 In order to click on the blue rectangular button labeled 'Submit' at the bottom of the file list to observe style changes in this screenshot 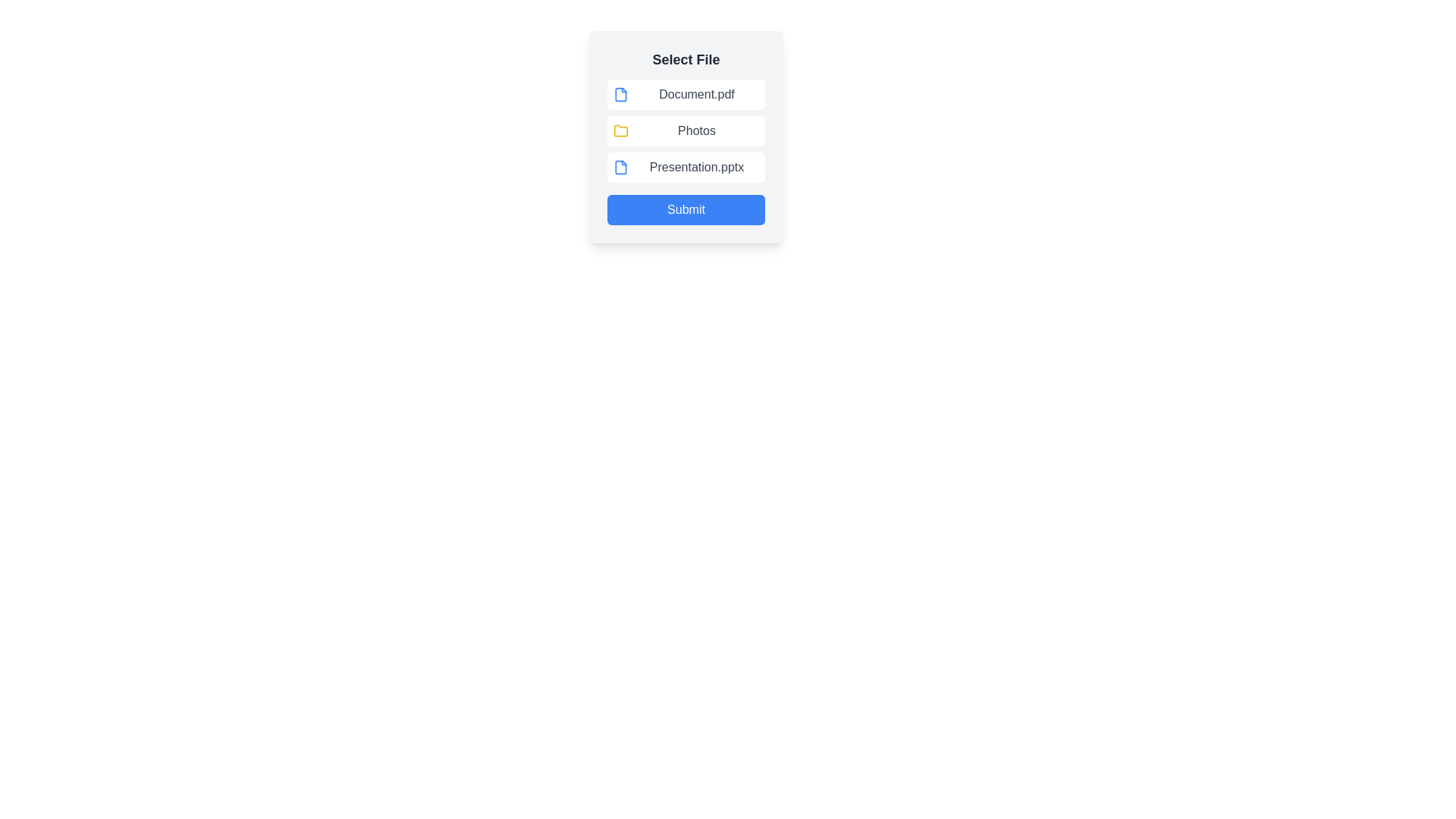, I will do `click(686, 210)`.